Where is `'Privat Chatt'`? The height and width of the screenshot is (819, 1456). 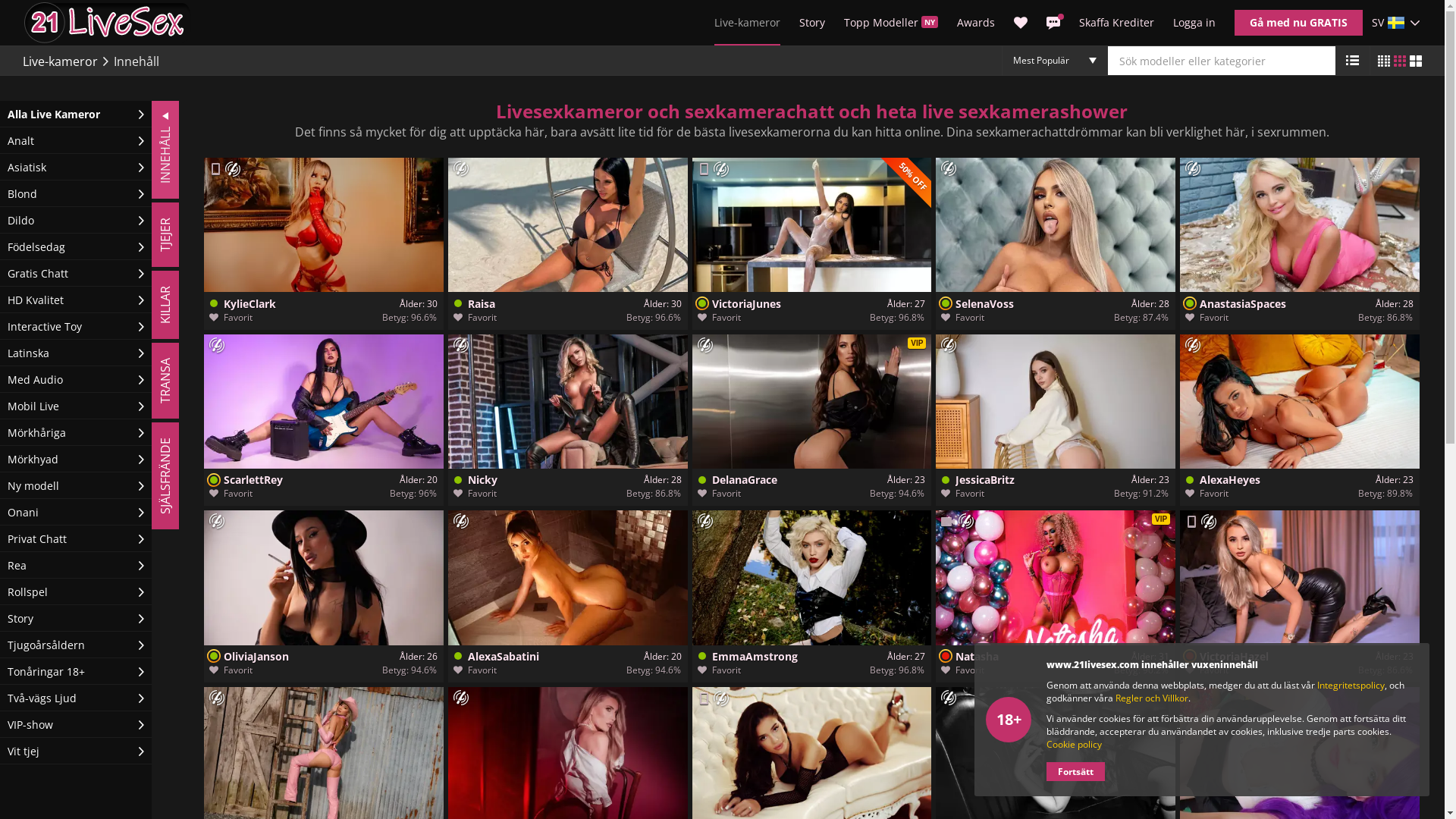 'Privat Chatt' is located at coordinates (75, 538).